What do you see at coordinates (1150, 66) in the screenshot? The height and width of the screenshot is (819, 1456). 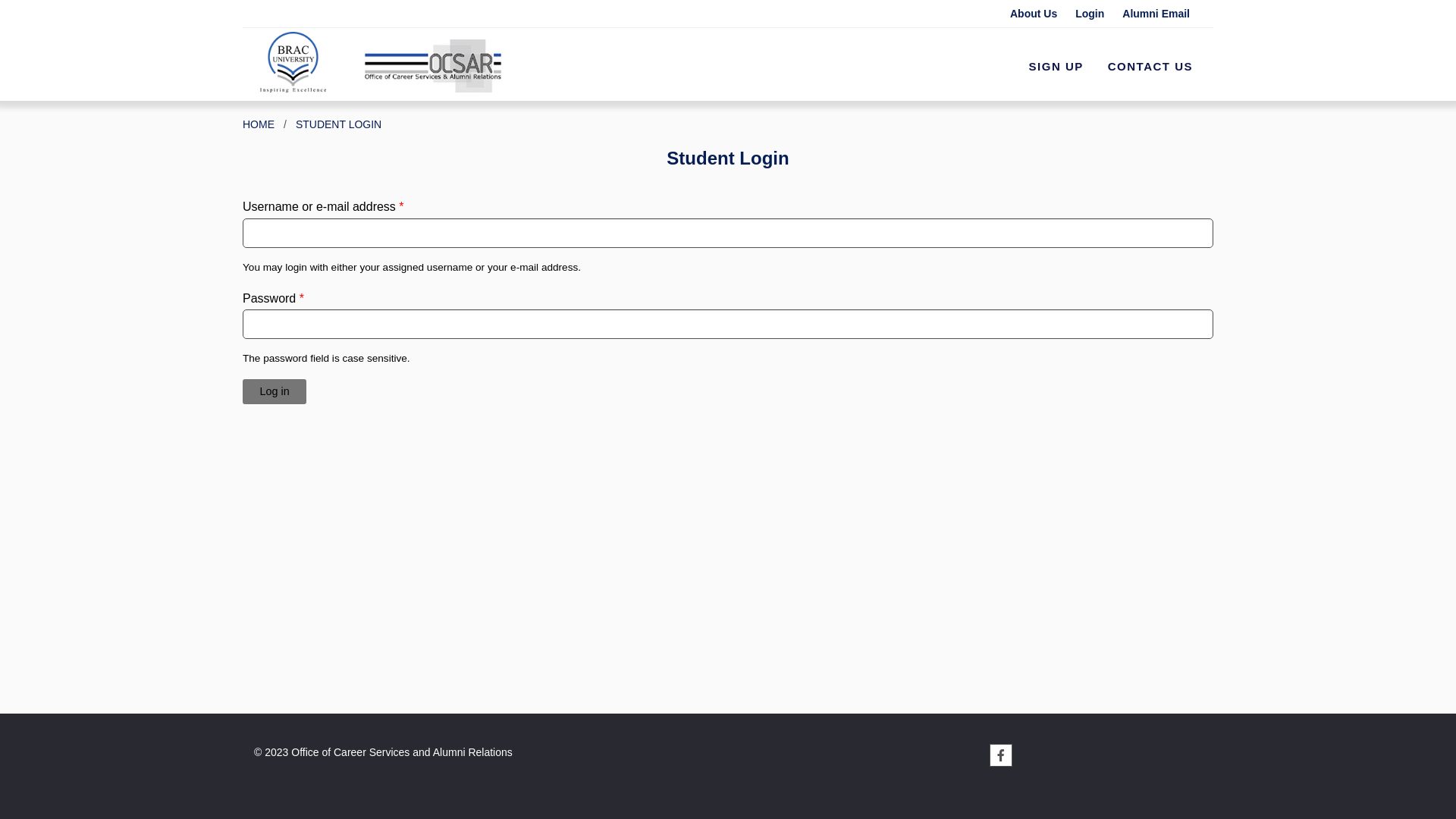 I see `'CONTACT US'` at bounding box center [1150, 66].